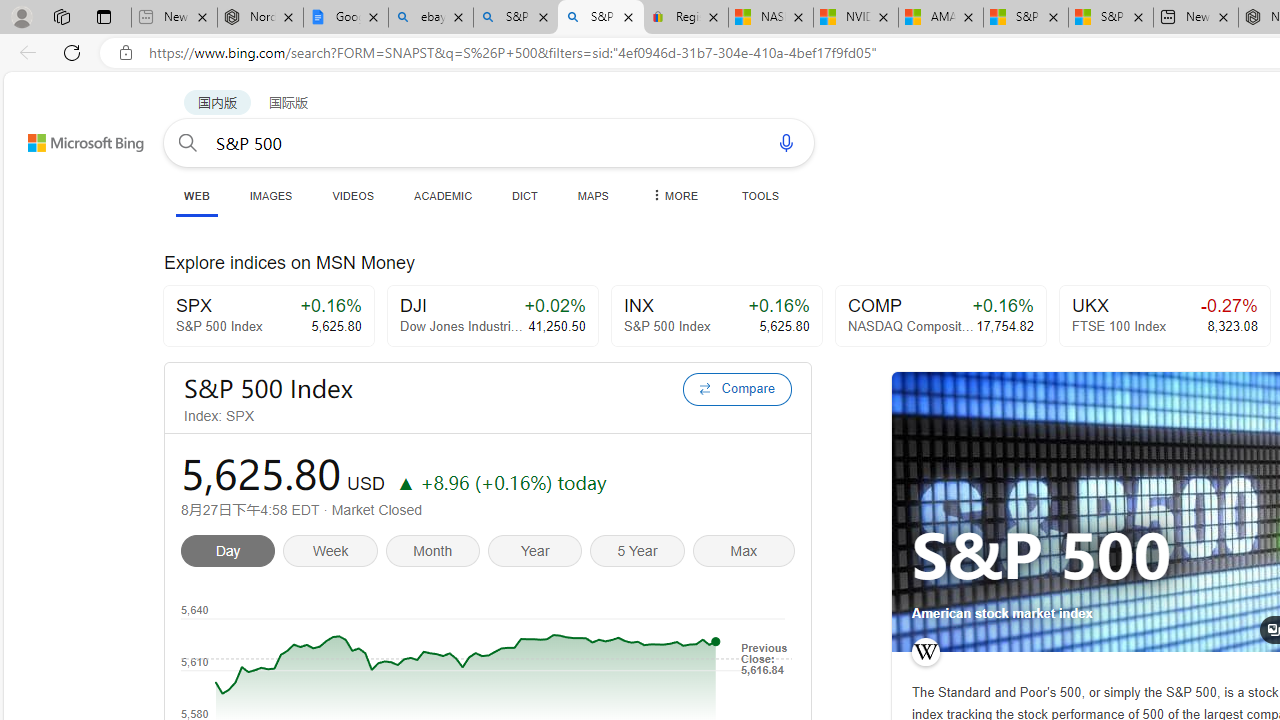 This screenshot has height=720, width=1280. I want to click on 'UKX-0.27%FTSE 100 Index8,323.08', so click(1164, 315).